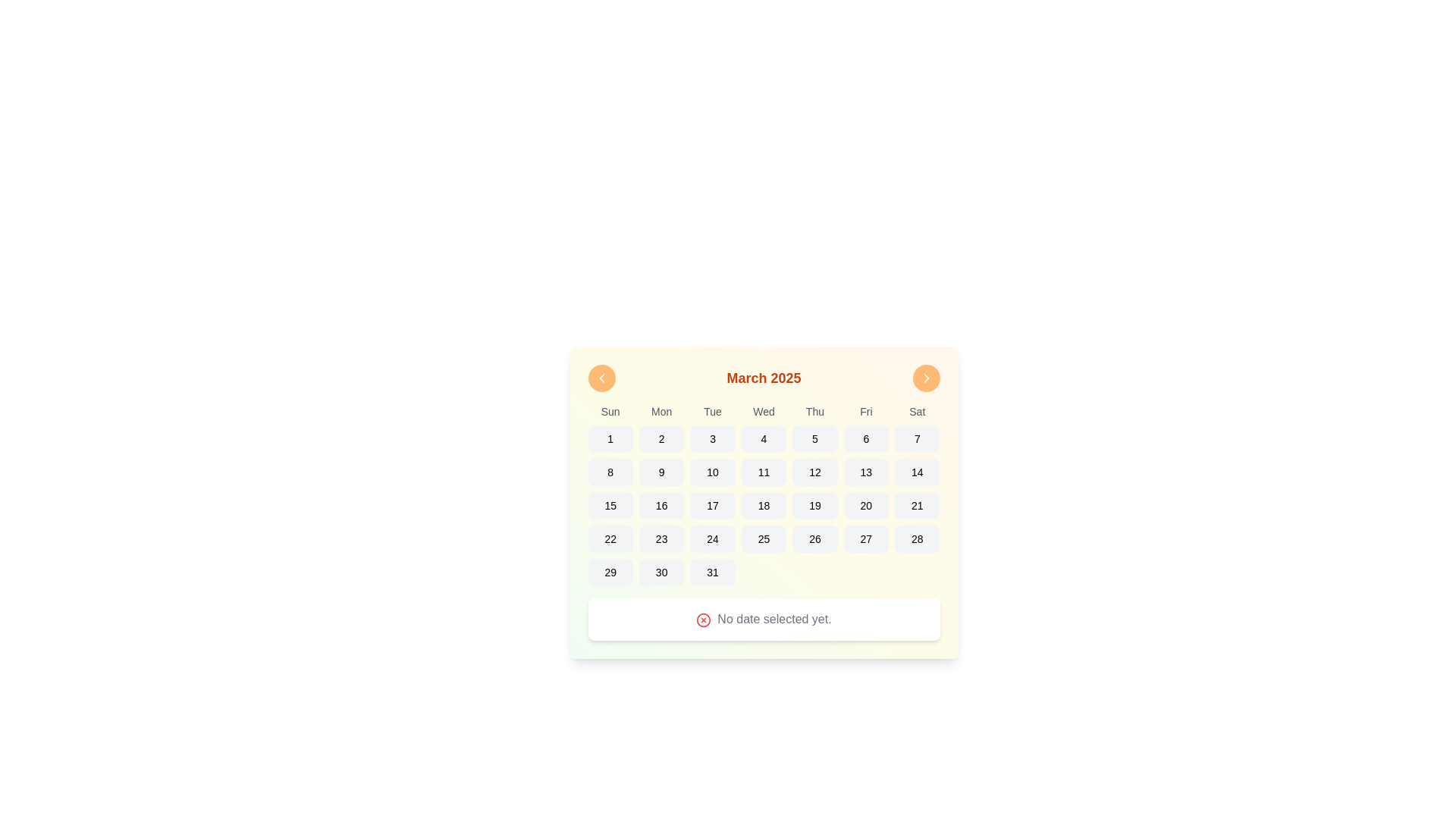 Image resolution: width=1456 pixels, height=819 pixels. I want to click on the Label displaying 'Sat', which is the last element in the weekday header row of the calendar grid, styled with center alignment and gray color, so click(916, 412).